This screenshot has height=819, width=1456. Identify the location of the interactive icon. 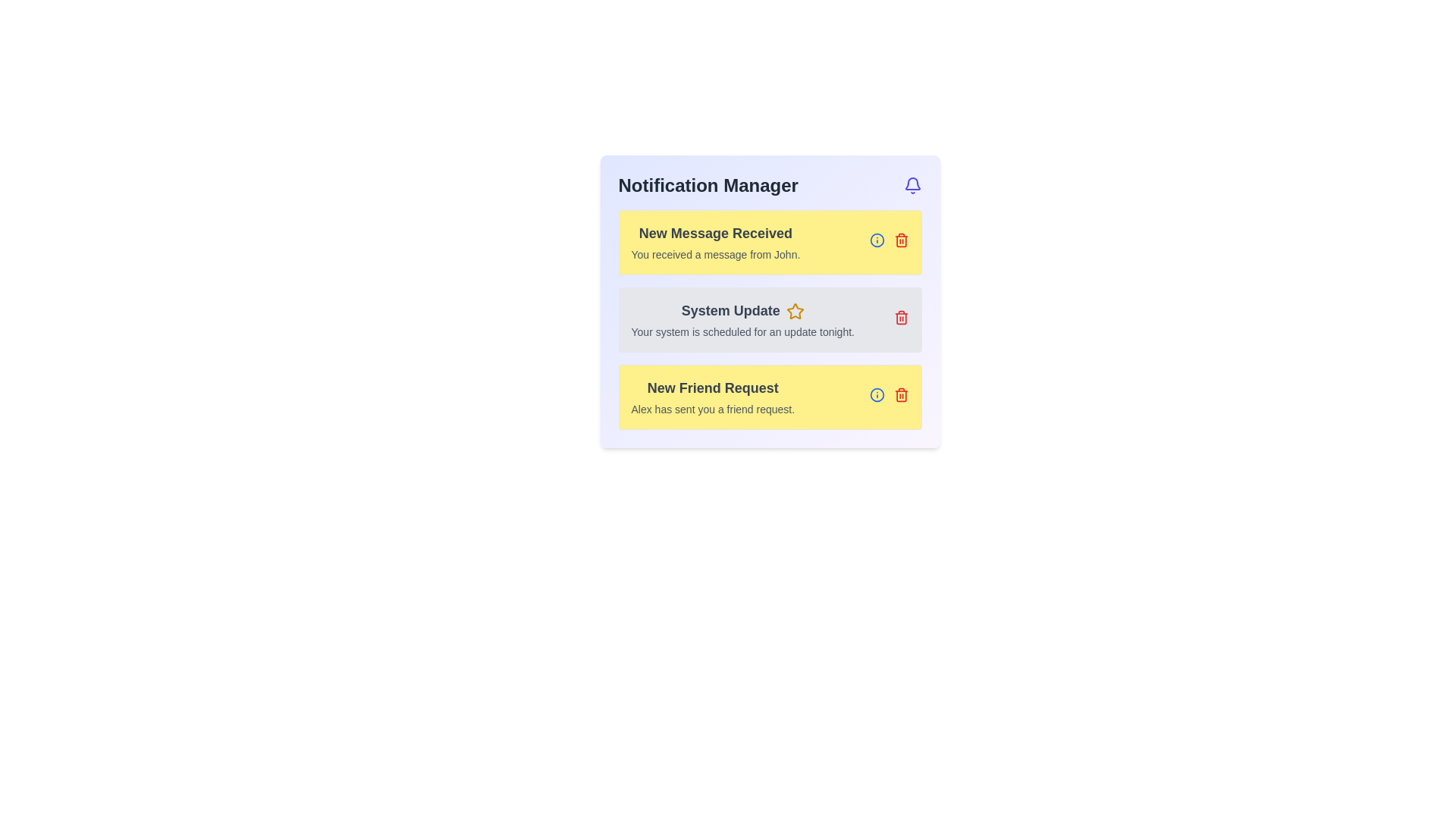
(793, 309).